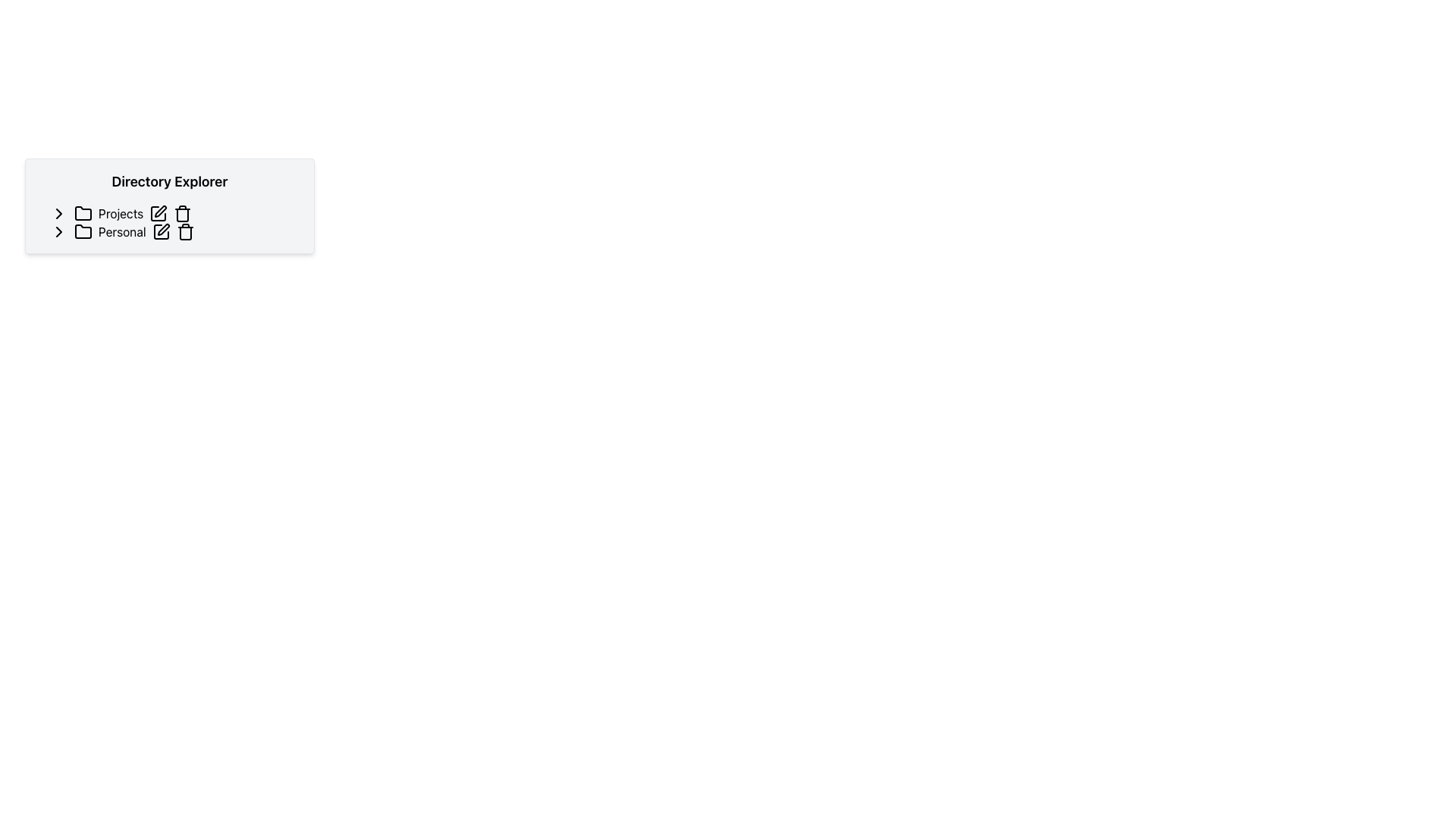 This screenshot has height=819, width=1456. I want to click on the group of interactive icons for managing the 'Projects' directory, so click(171, 213).